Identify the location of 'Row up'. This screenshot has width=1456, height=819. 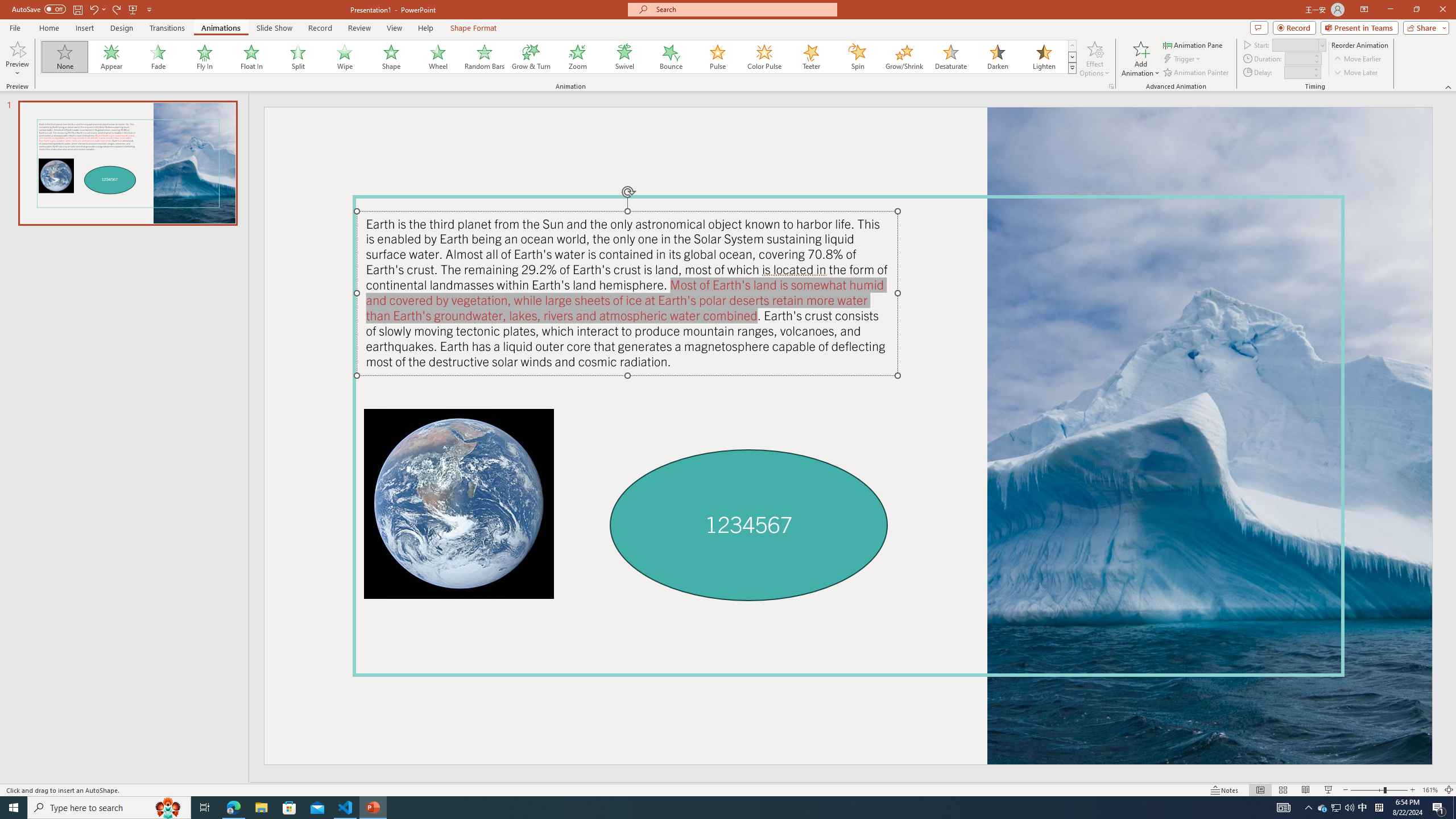
(1072, 45).